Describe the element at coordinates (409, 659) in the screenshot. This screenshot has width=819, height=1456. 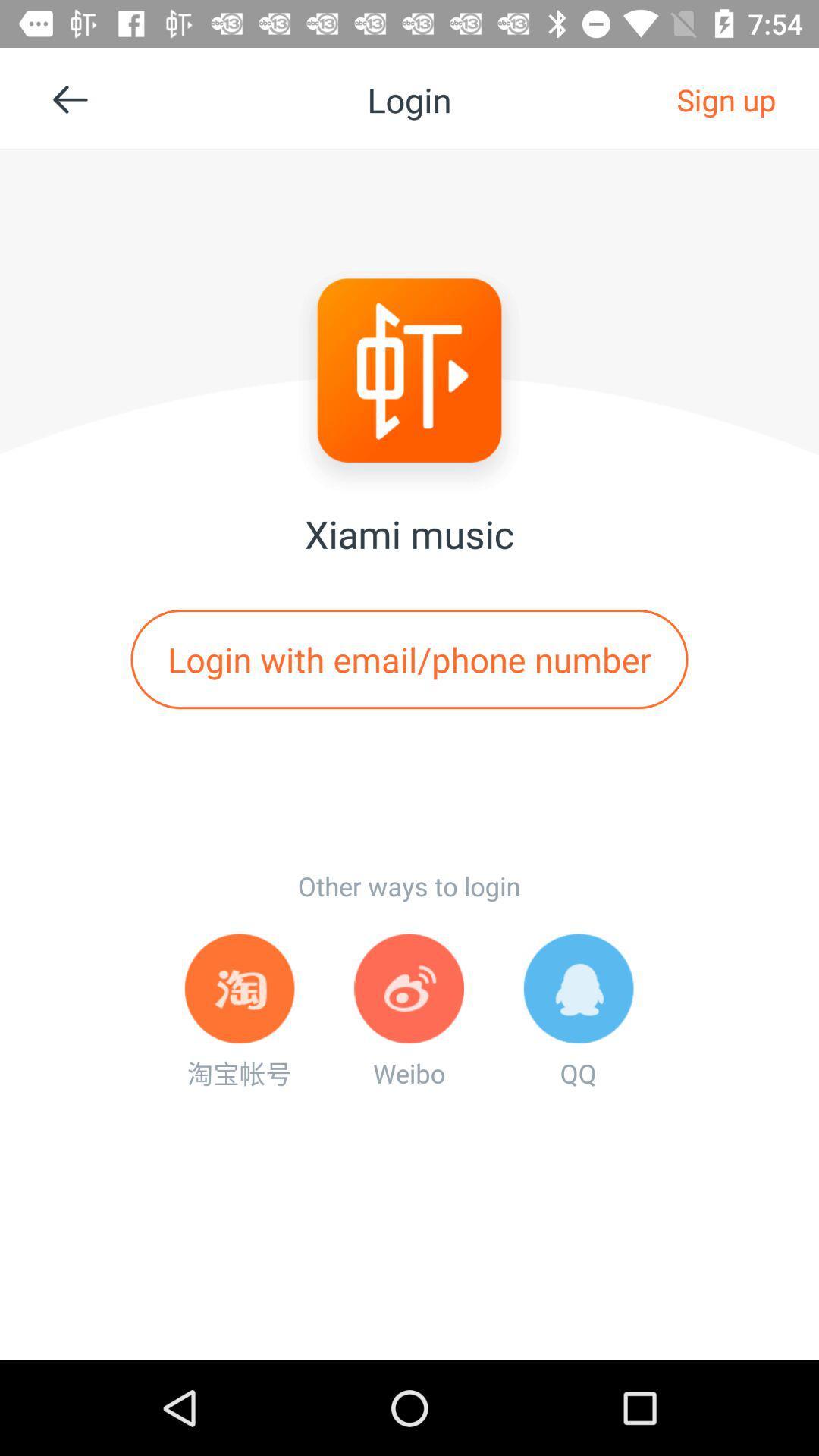
I see `login with email app` at that location.